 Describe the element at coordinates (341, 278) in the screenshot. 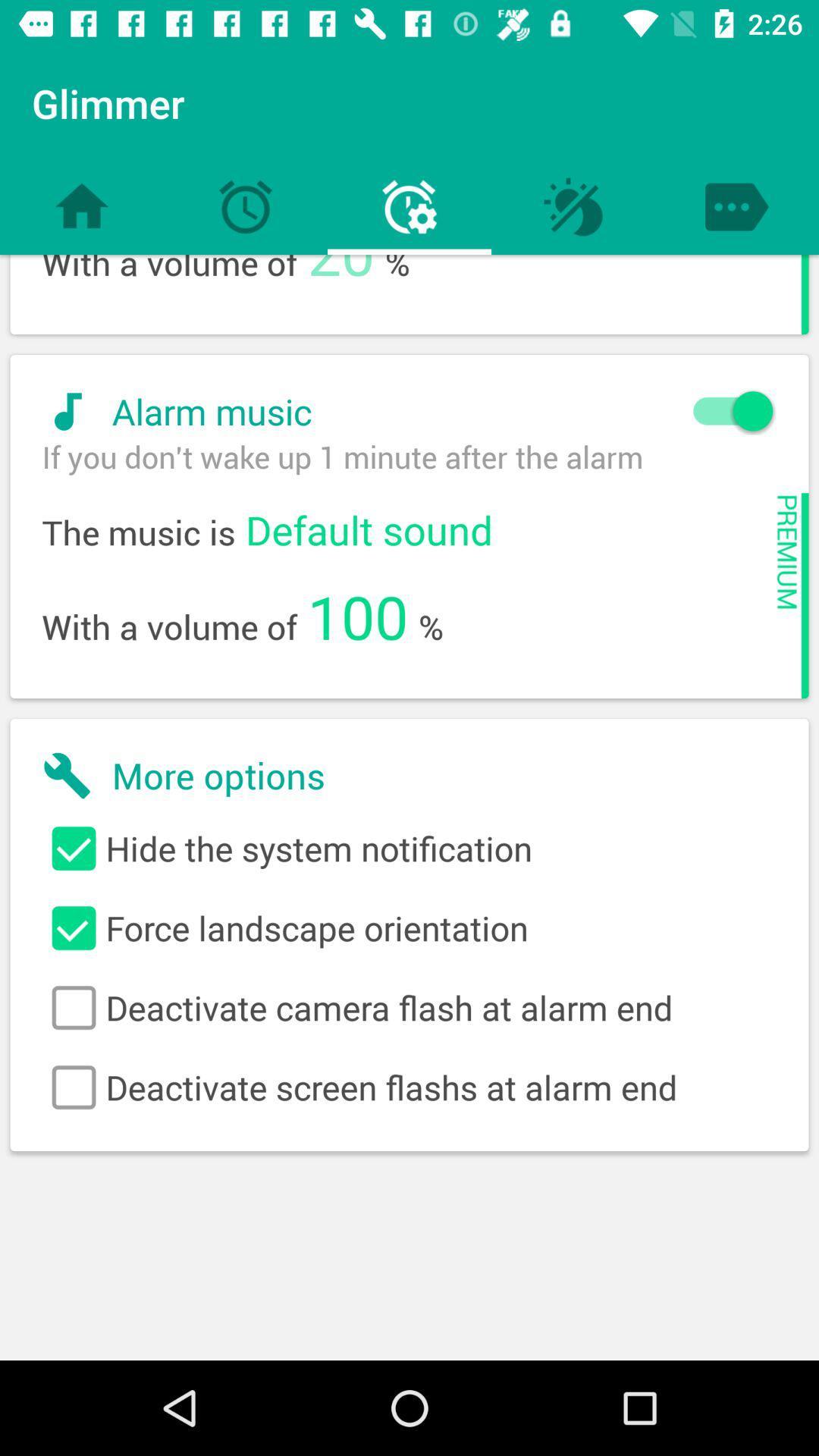

I see `the icon above alarm music icon` at that location.